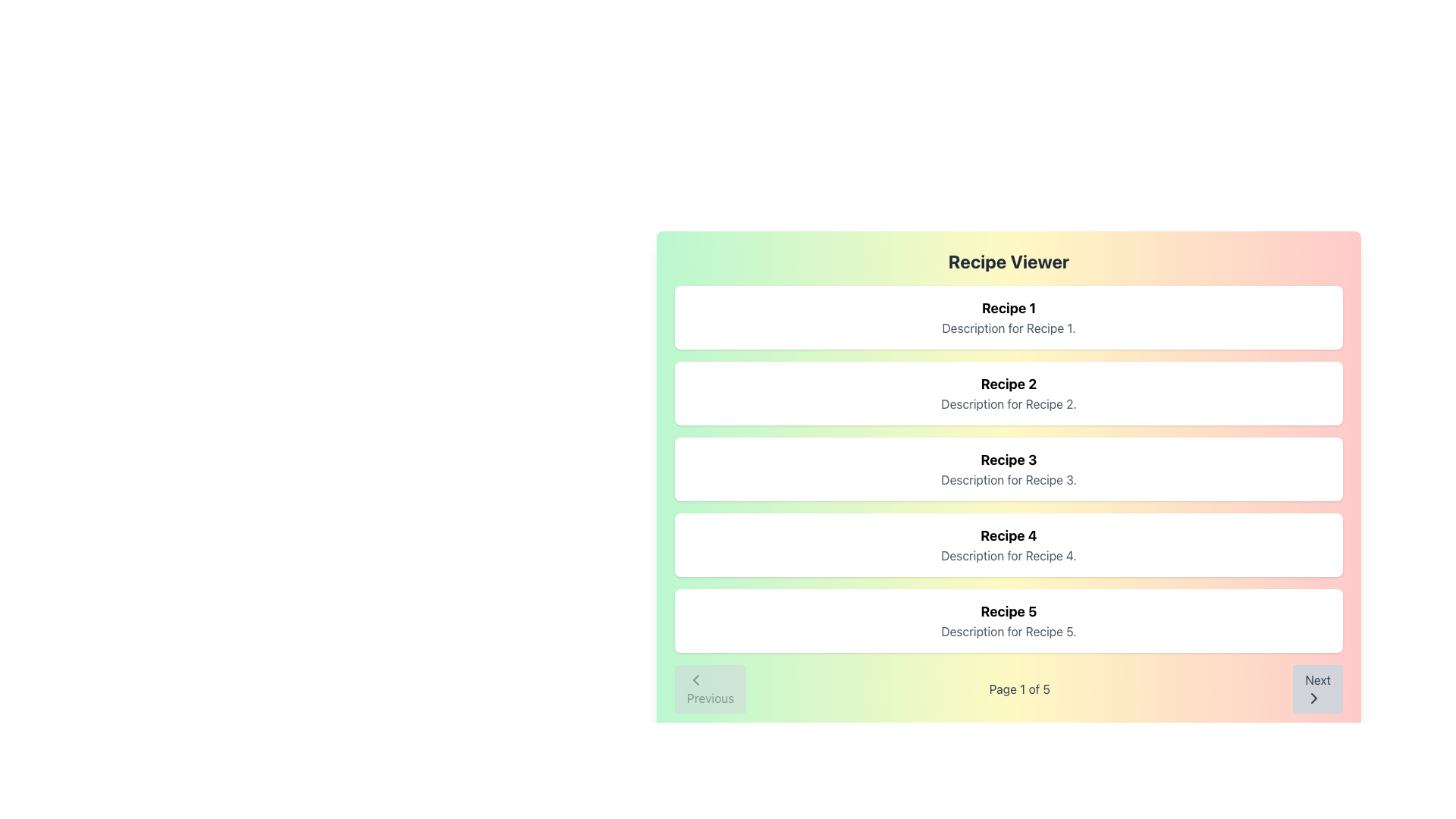 This screenshot has width=1456, height=819. What do you see at coordinates (1009, 479) in the screenshot?
I see `the descriptive text element for 'Recipe 3' located centrally under the heading, which provides details about the recipe` at bounding box center [1009, 479].